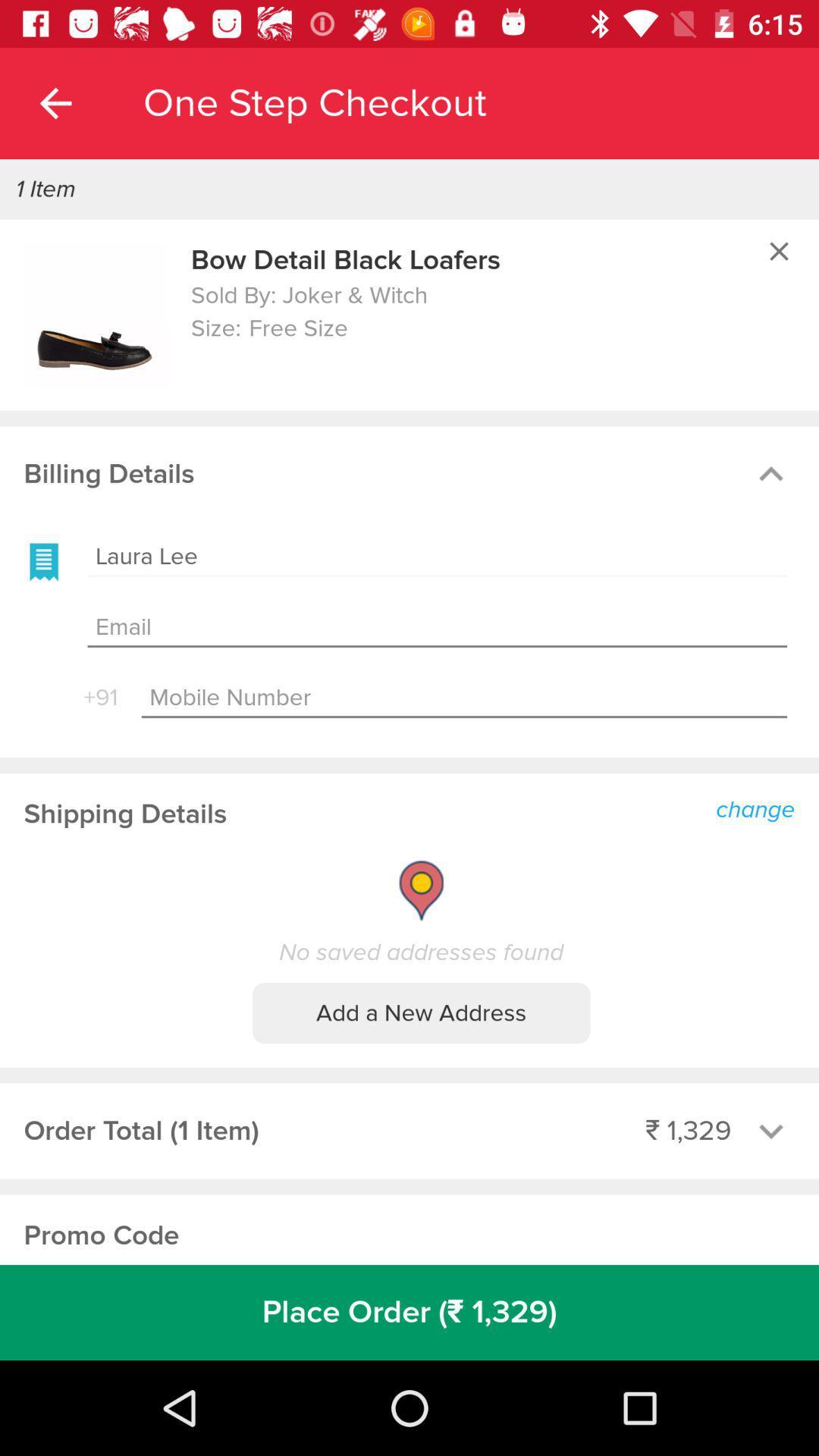  Describe the element at coordinates (437, 628) in the screenshot. I see `email address` at that location.